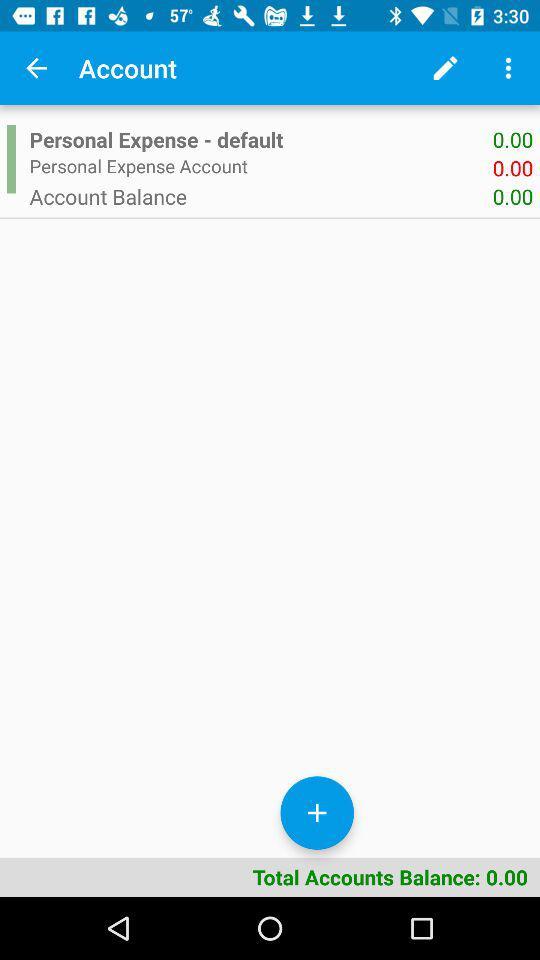 The height and width of the screenshot is (960, 540). I want to click on no tagging, so click(36, 68).